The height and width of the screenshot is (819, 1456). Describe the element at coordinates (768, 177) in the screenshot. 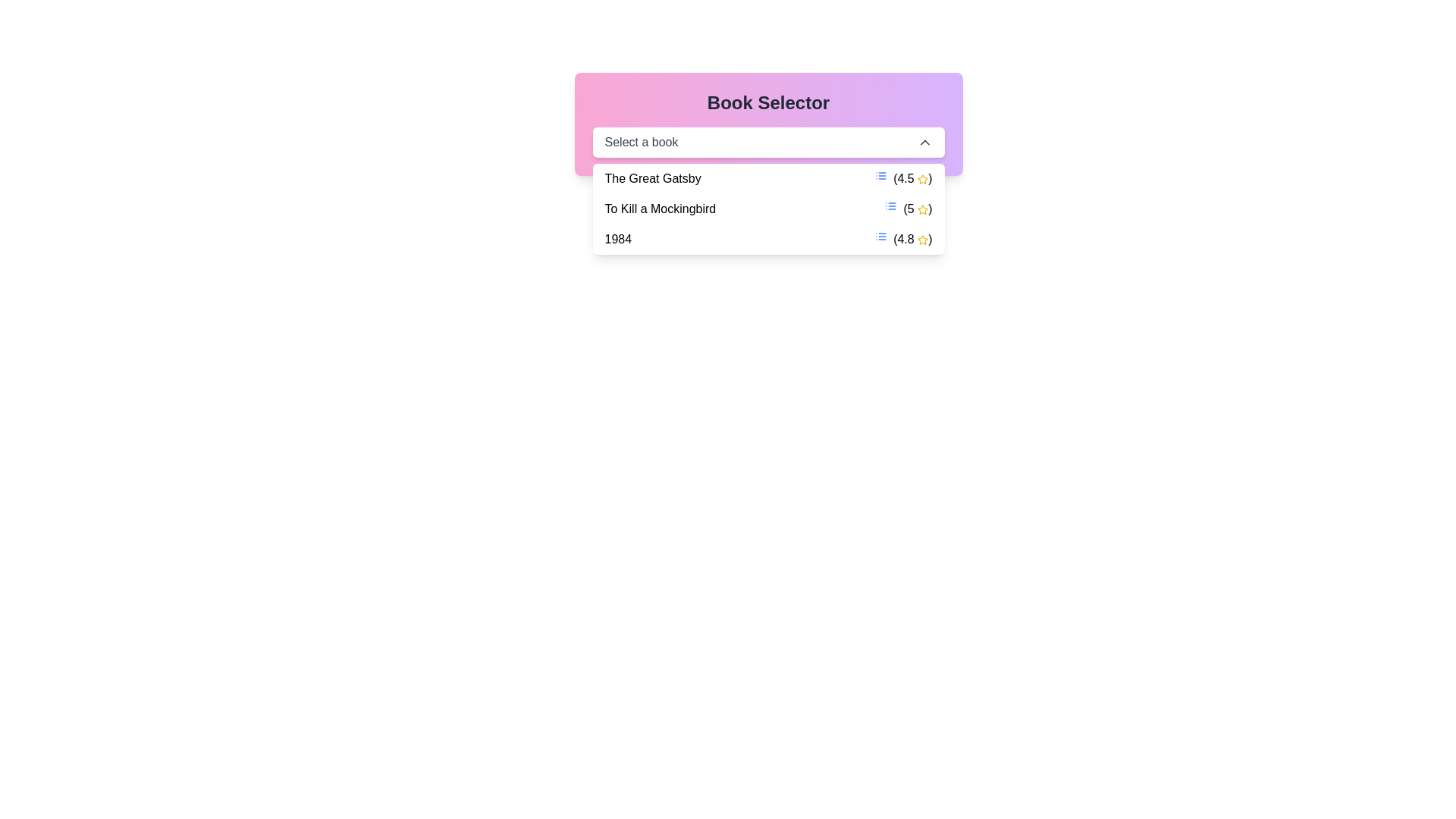

I see `the first selectable option in the dropdown menu labeled 'Select a book' to choose 'The Great Gatsby'` at that location.